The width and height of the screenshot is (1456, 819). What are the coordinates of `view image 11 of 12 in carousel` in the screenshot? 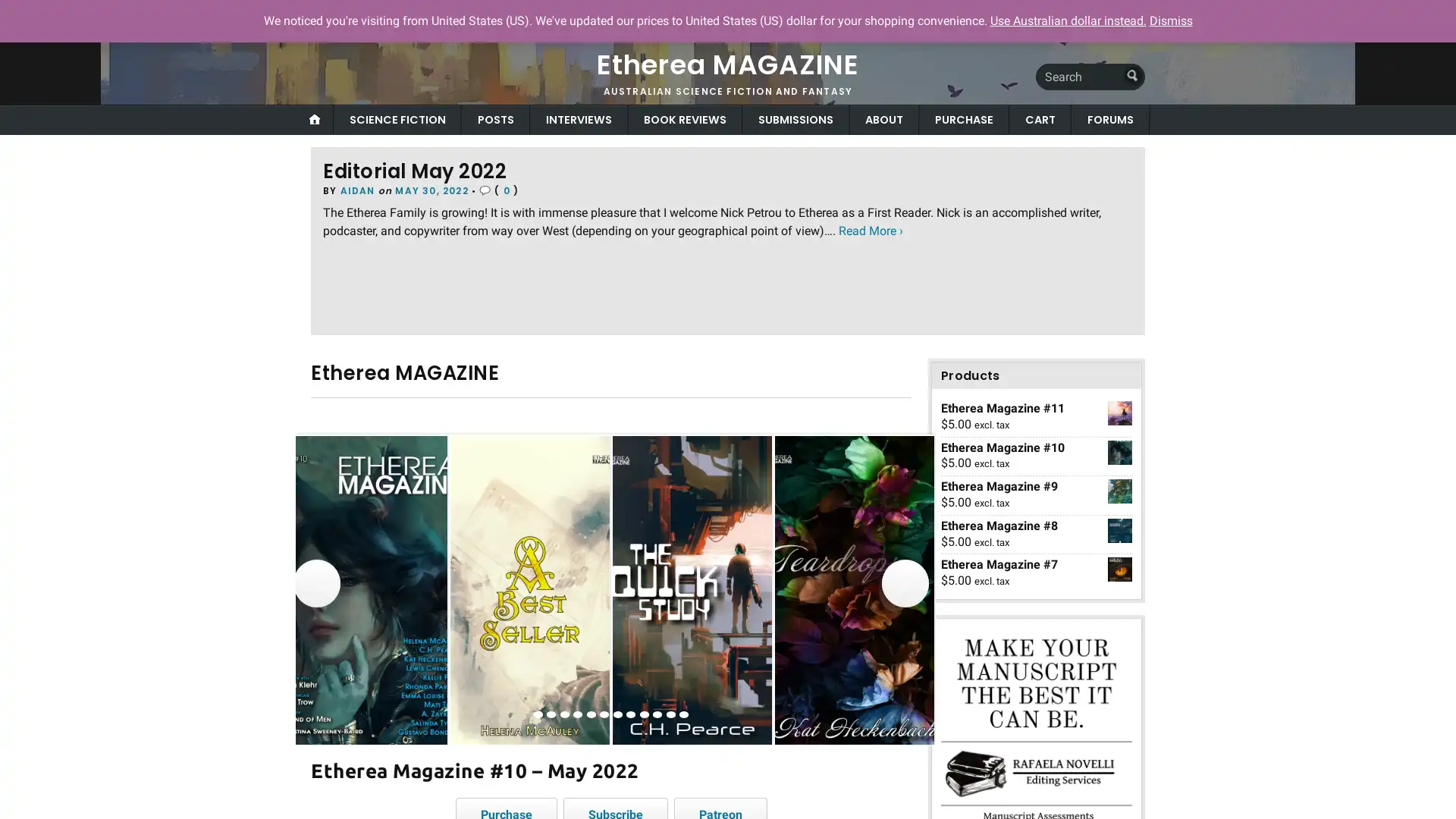 It's located at (669, 714).